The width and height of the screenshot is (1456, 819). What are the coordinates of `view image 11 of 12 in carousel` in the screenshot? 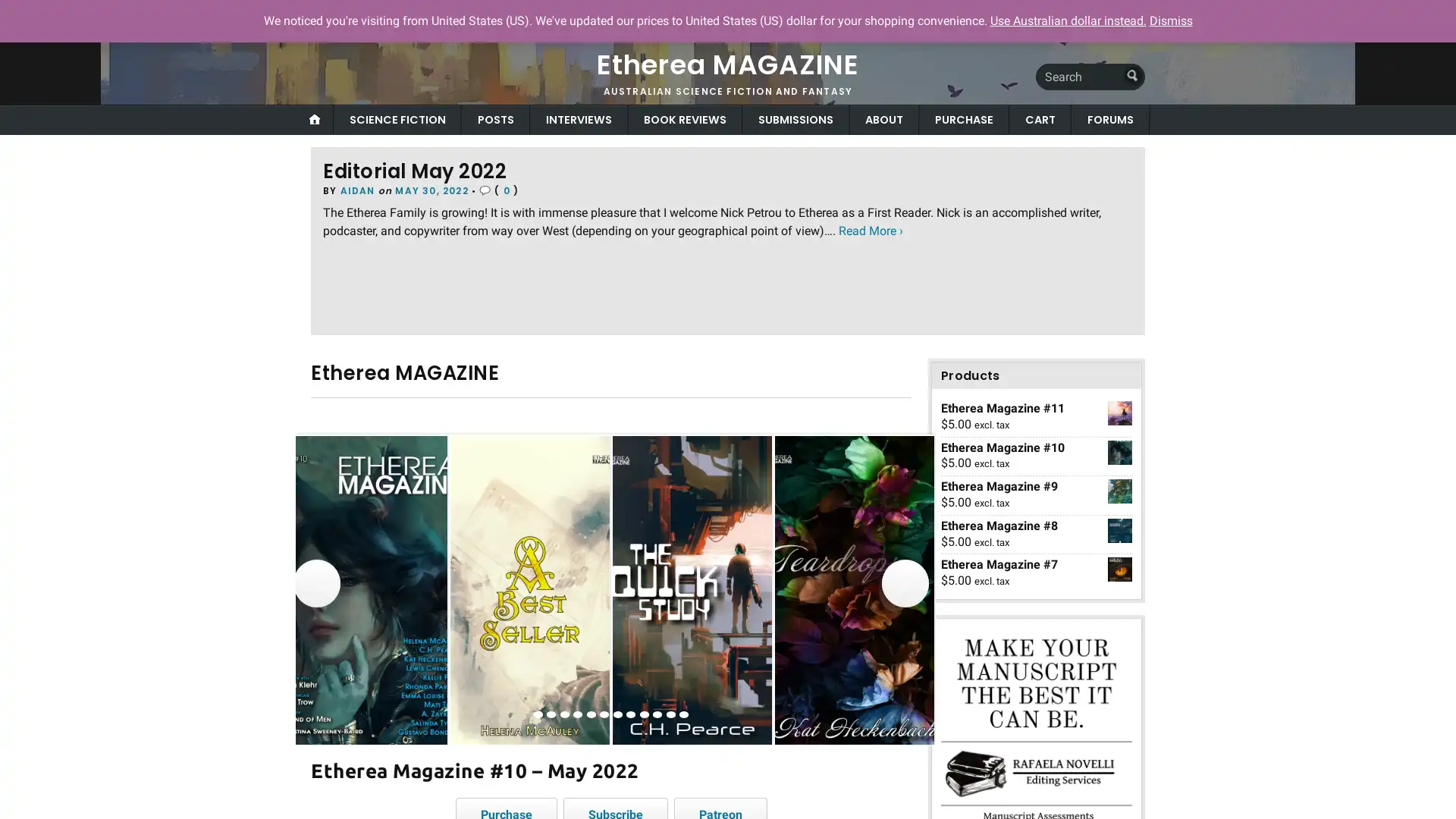 It's located at (669, 714).